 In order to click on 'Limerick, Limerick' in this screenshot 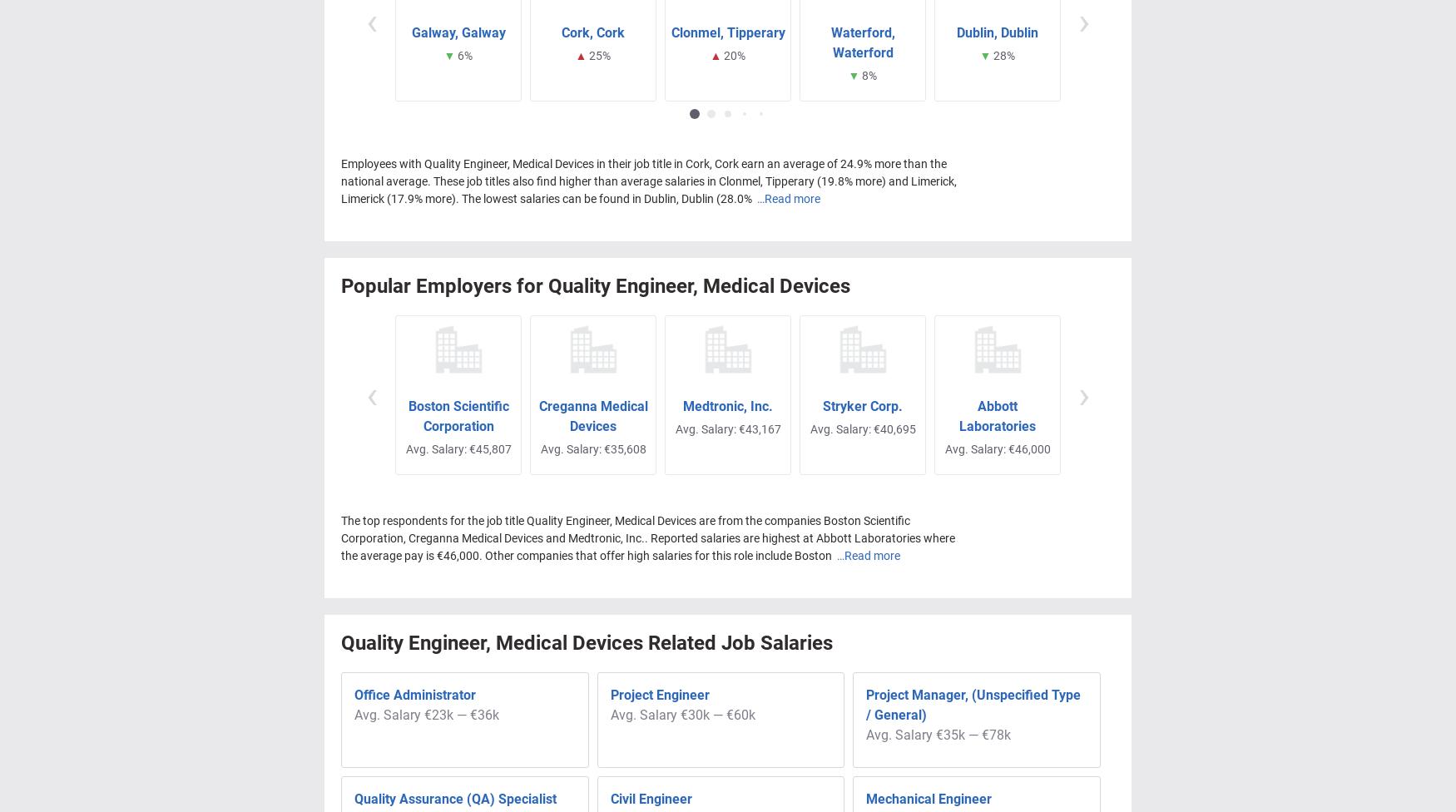, I will do `click(1132, 27)`.